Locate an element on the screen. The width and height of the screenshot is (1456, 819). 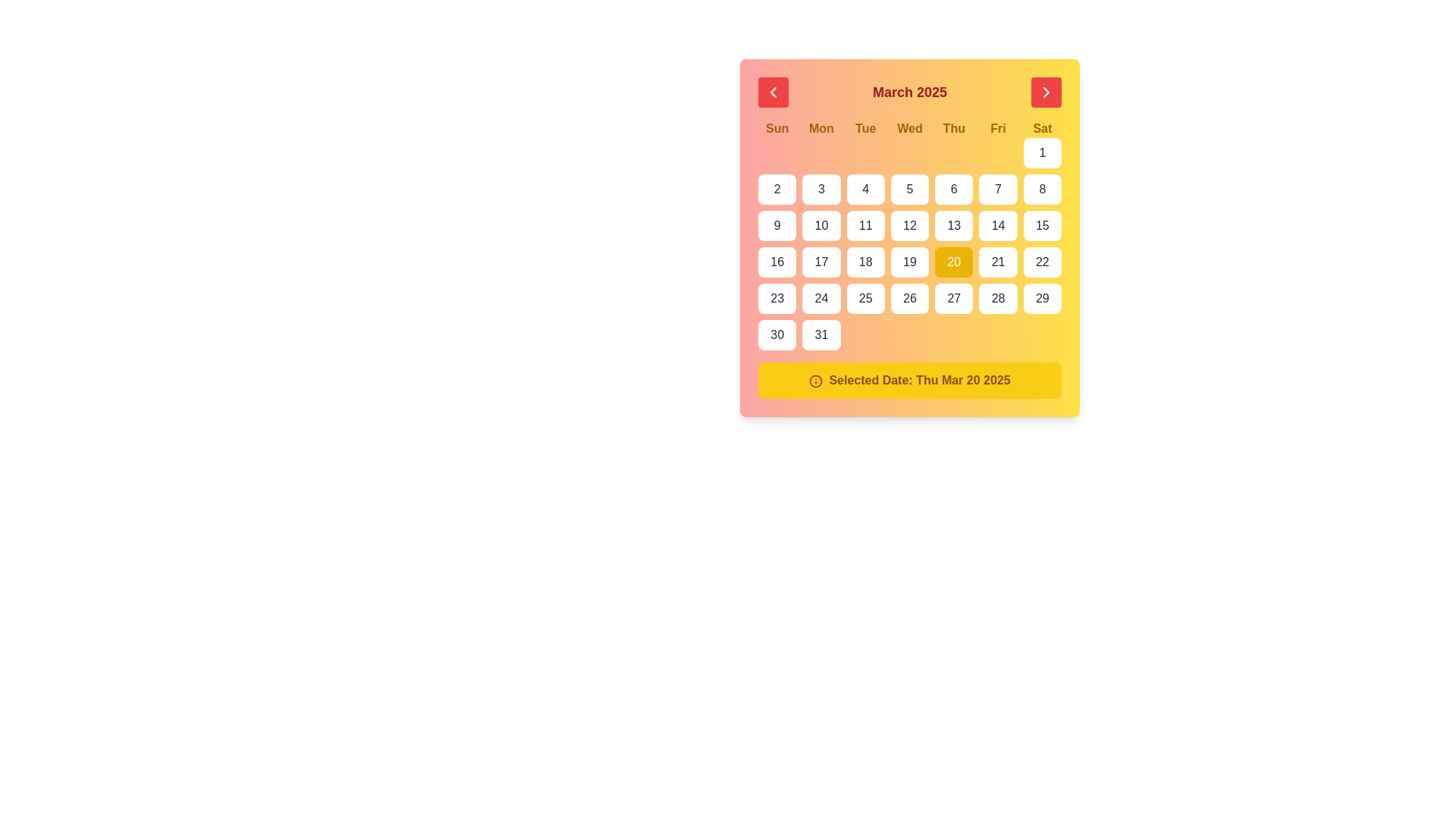
the selectable date button located in the fourth row and first column of the calendar UI, which changes the button's background color is located at coordinates (777, 262).